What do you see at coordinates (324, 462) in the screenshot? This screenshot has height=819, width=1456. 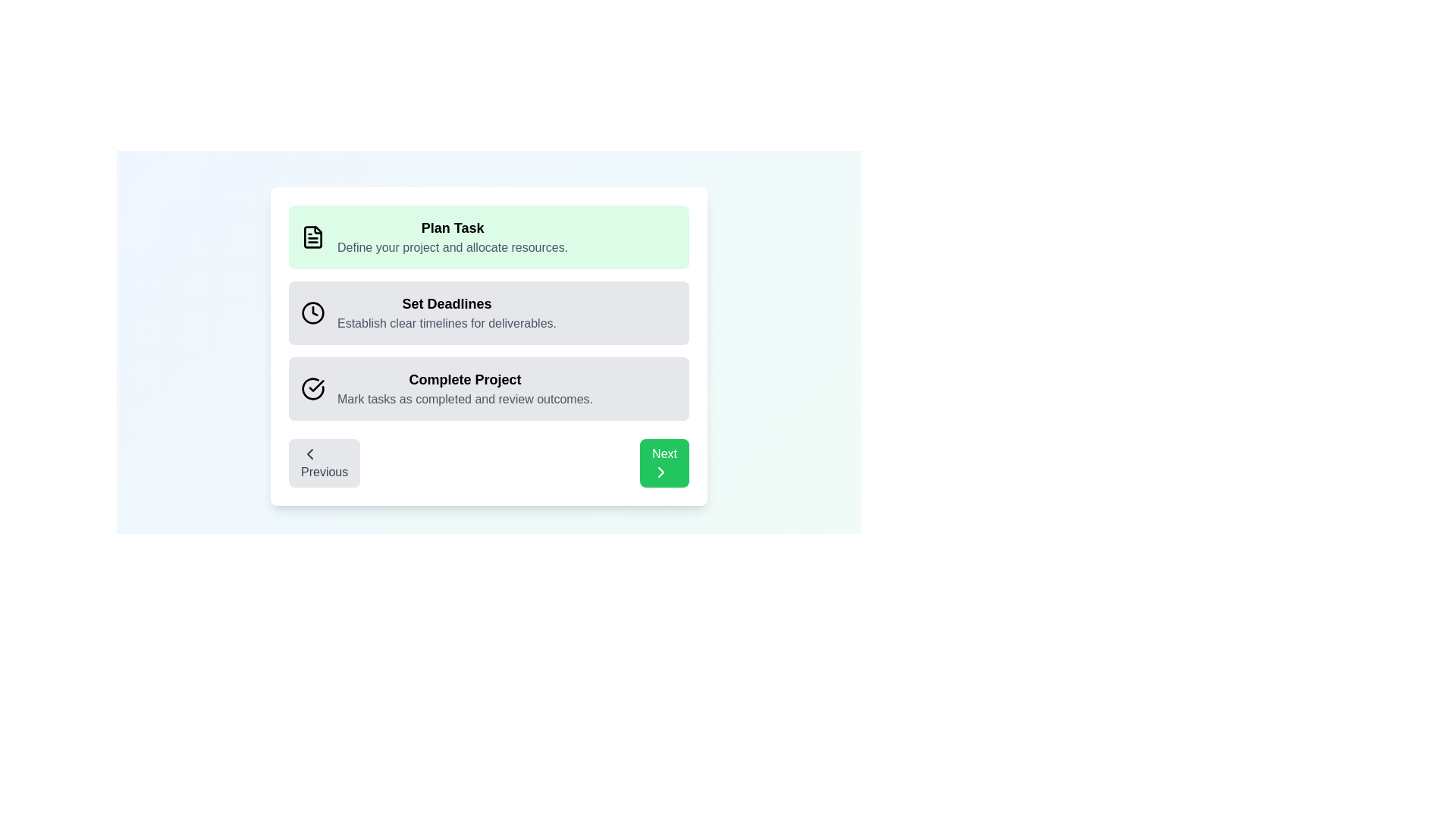 I see `the Previous button to navigate through the steps` at bounding box center [324, 462].